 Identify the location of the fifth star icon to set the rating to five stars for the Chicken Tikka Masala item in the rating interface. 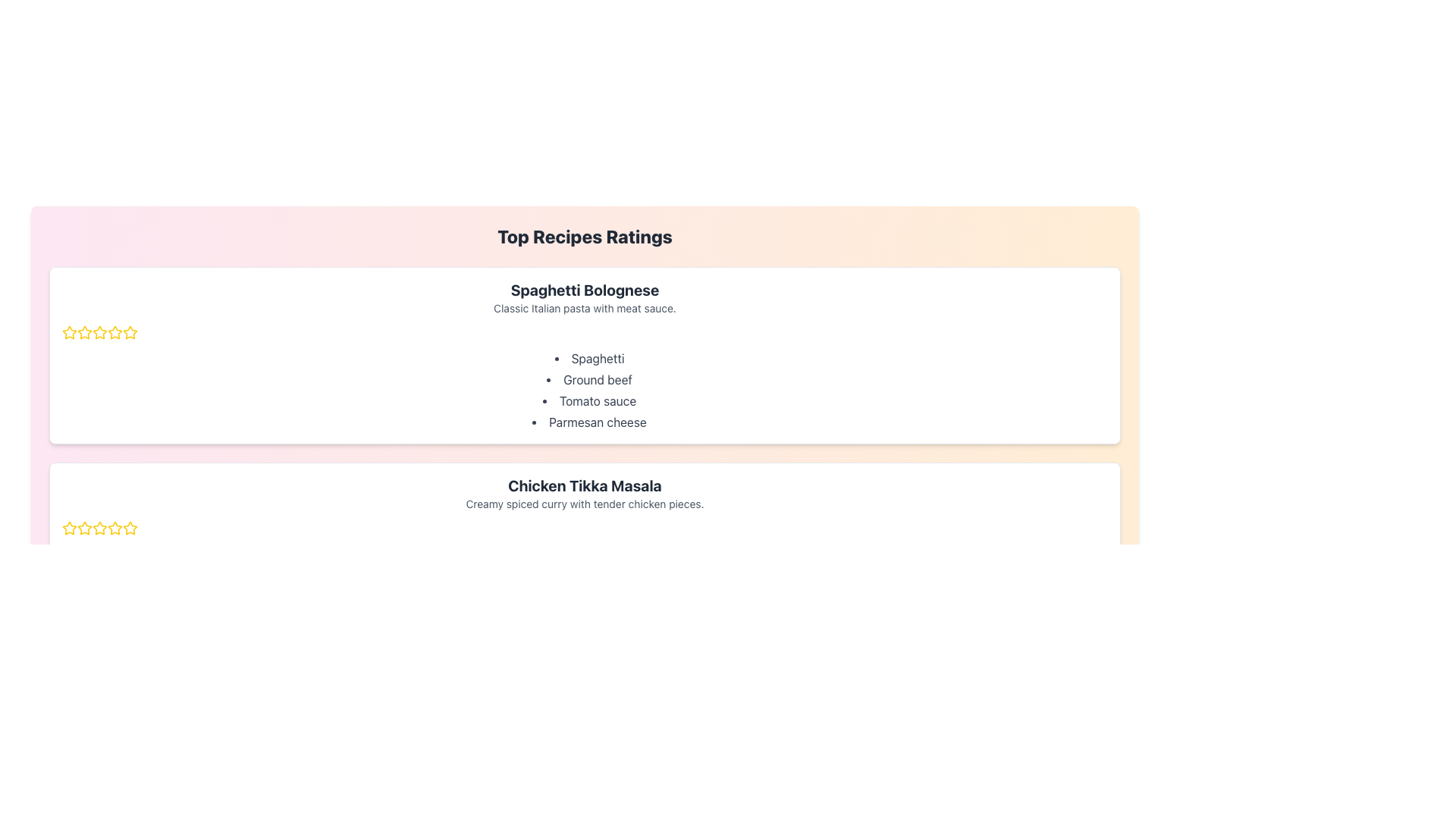
(130, 528).